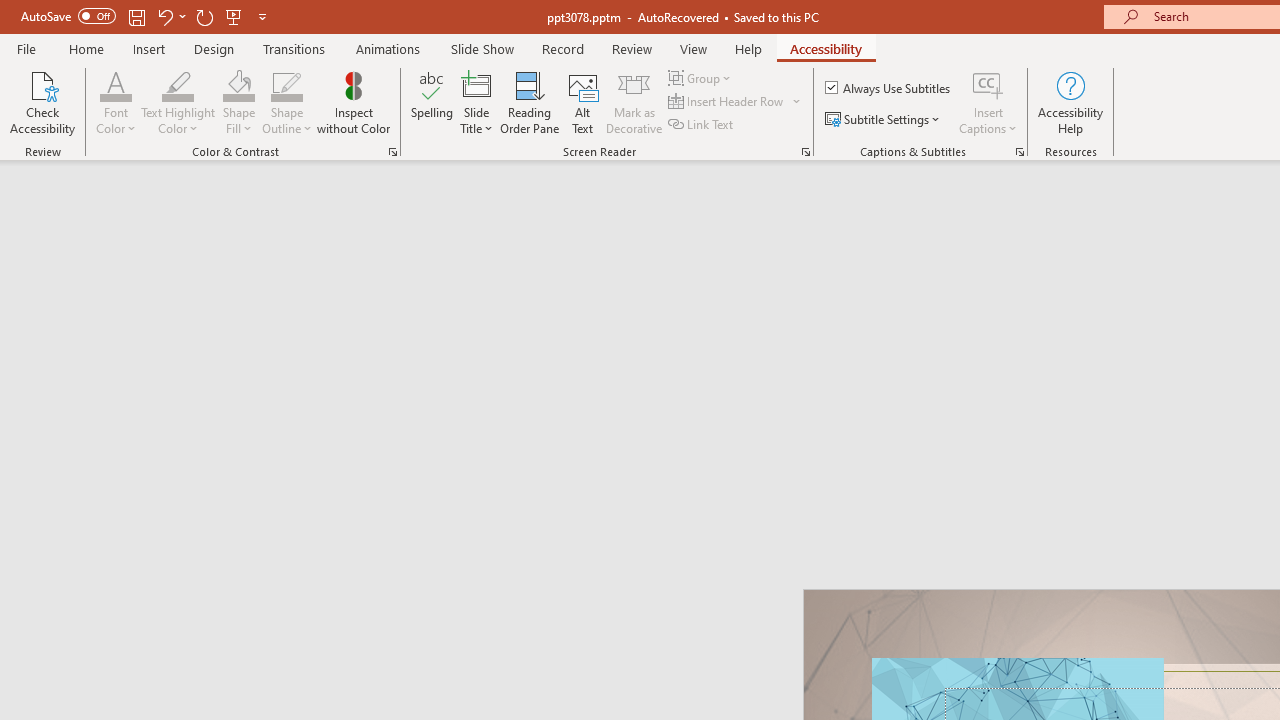 This screenshot has height=720, width=1280. I want to click on 'Captions & Subtitles', so click(1020, 150).